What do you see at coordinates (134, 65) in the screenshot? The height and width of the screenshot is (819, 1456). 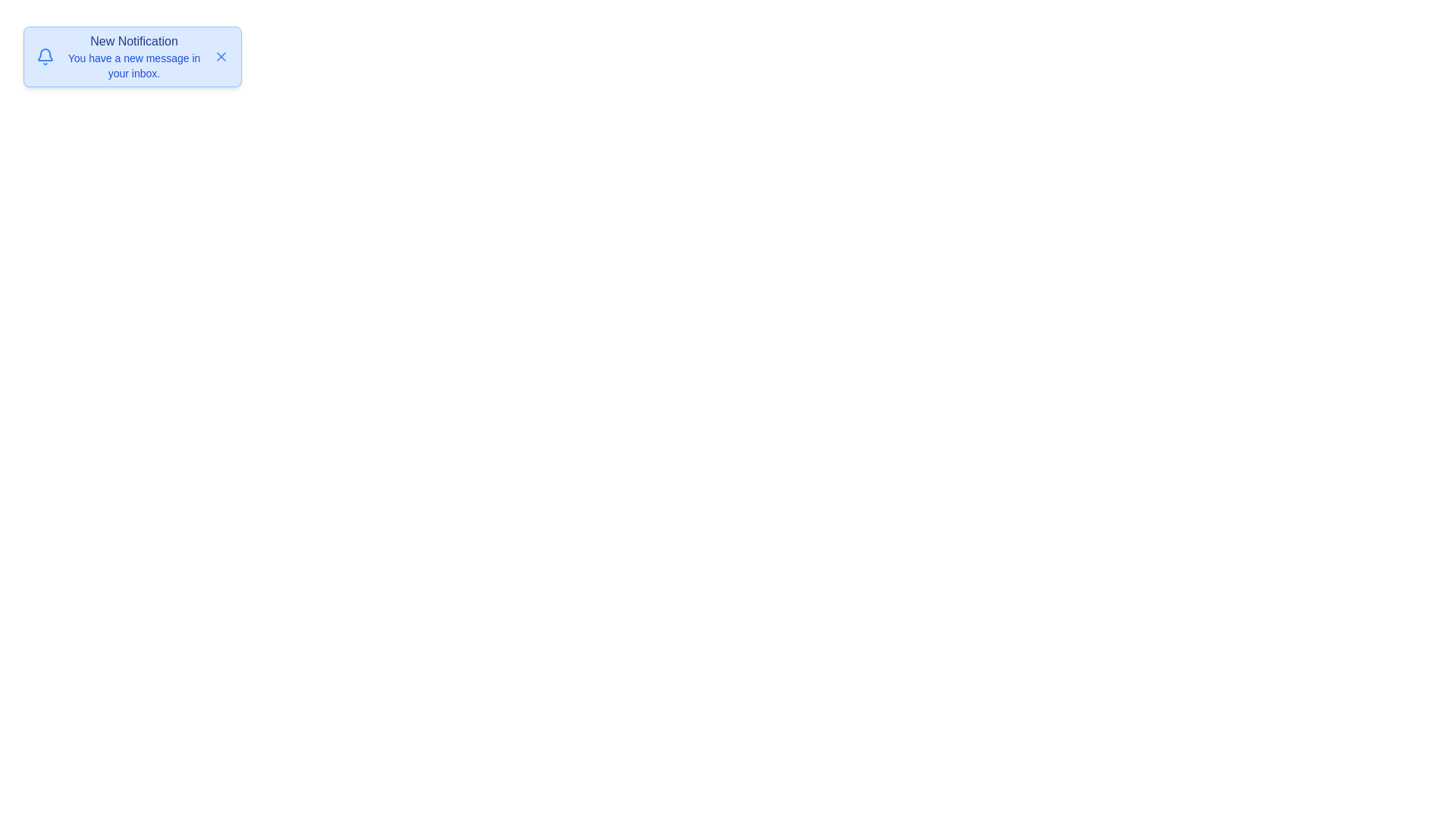 I see `the text element stating 'You have a new message in your inbox.' located in the notification pane` at bounding box center [134, 65].